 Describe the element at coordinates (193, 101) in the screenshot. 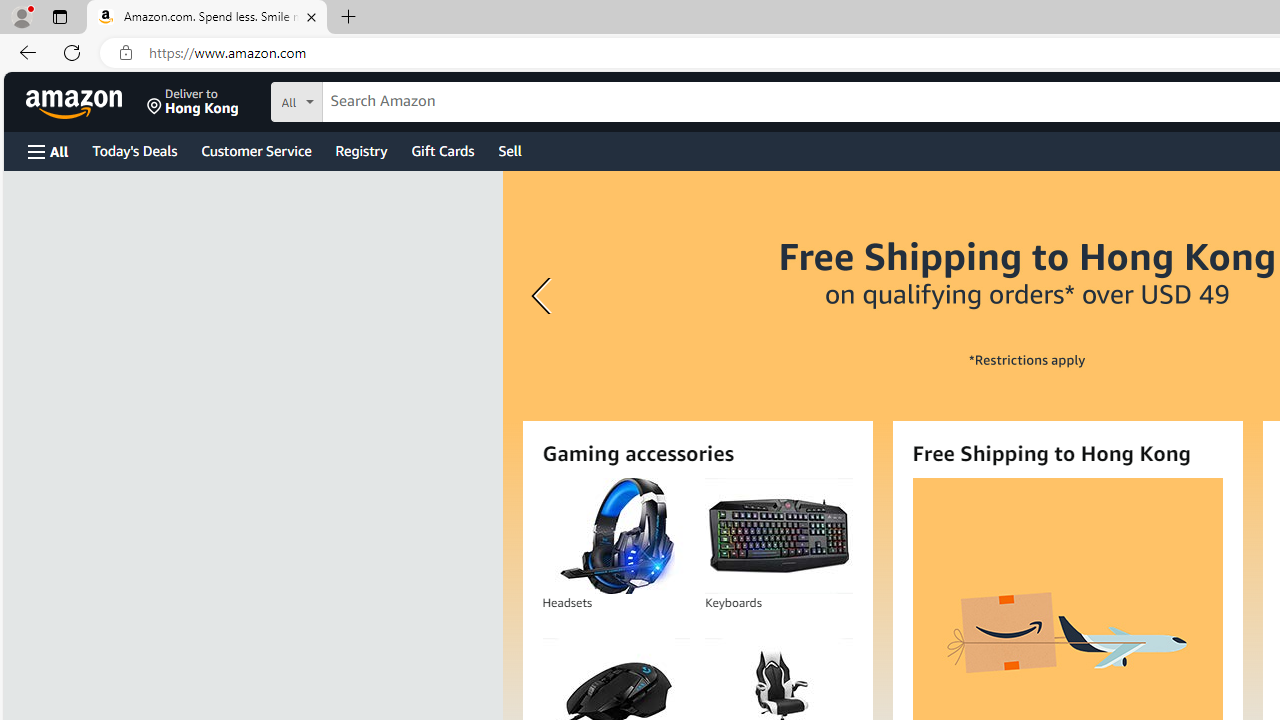

I see `'Deliver to Hong Kong'` at that location.